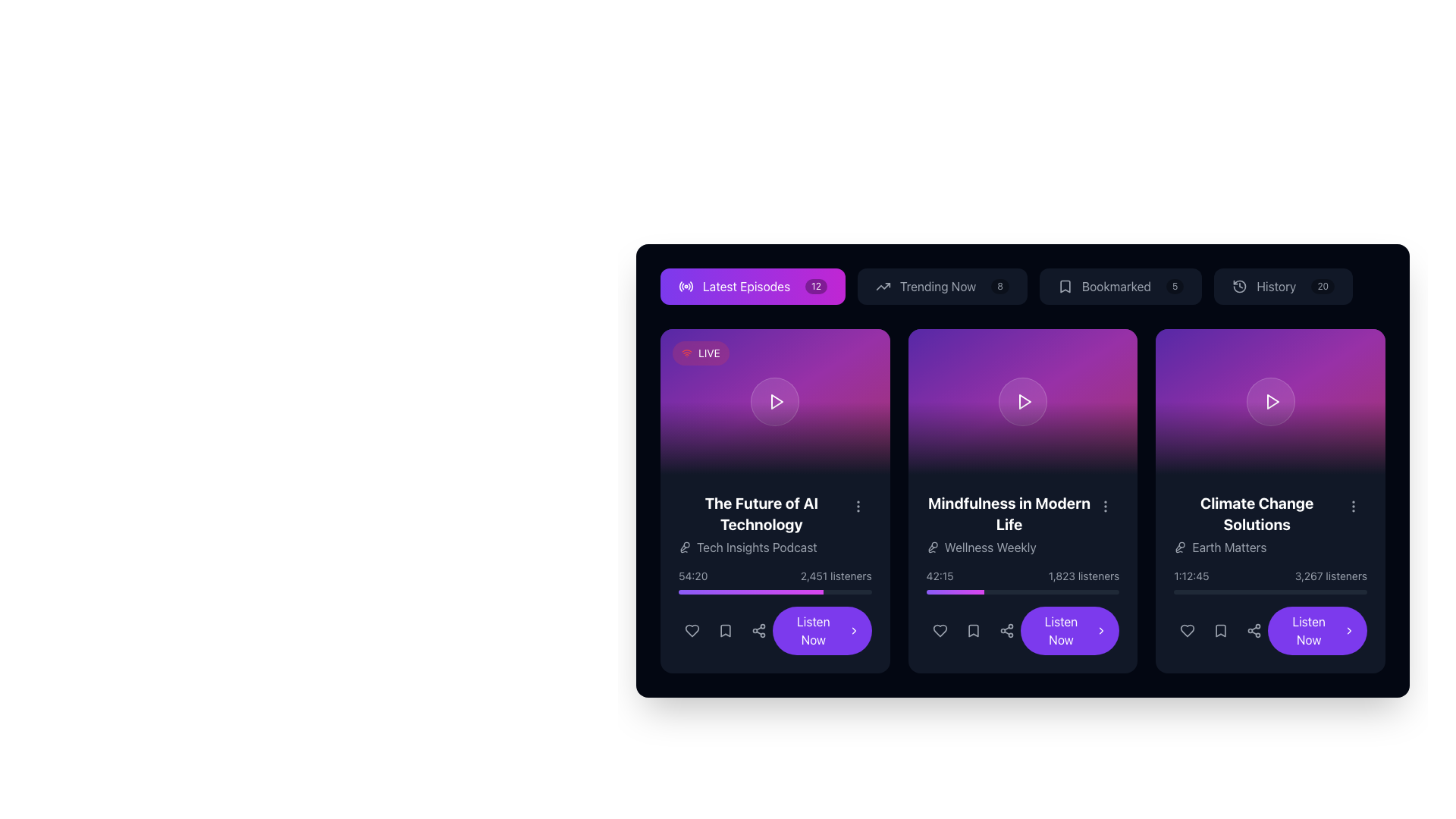 The image size is (1456, 819). What do you see at coordinates (1257, 513) in the screenshot?
I see `the Text label at the top center of the third card from the left in a horizontally-arranged grid of cards` at bounding box center [1257, 513].